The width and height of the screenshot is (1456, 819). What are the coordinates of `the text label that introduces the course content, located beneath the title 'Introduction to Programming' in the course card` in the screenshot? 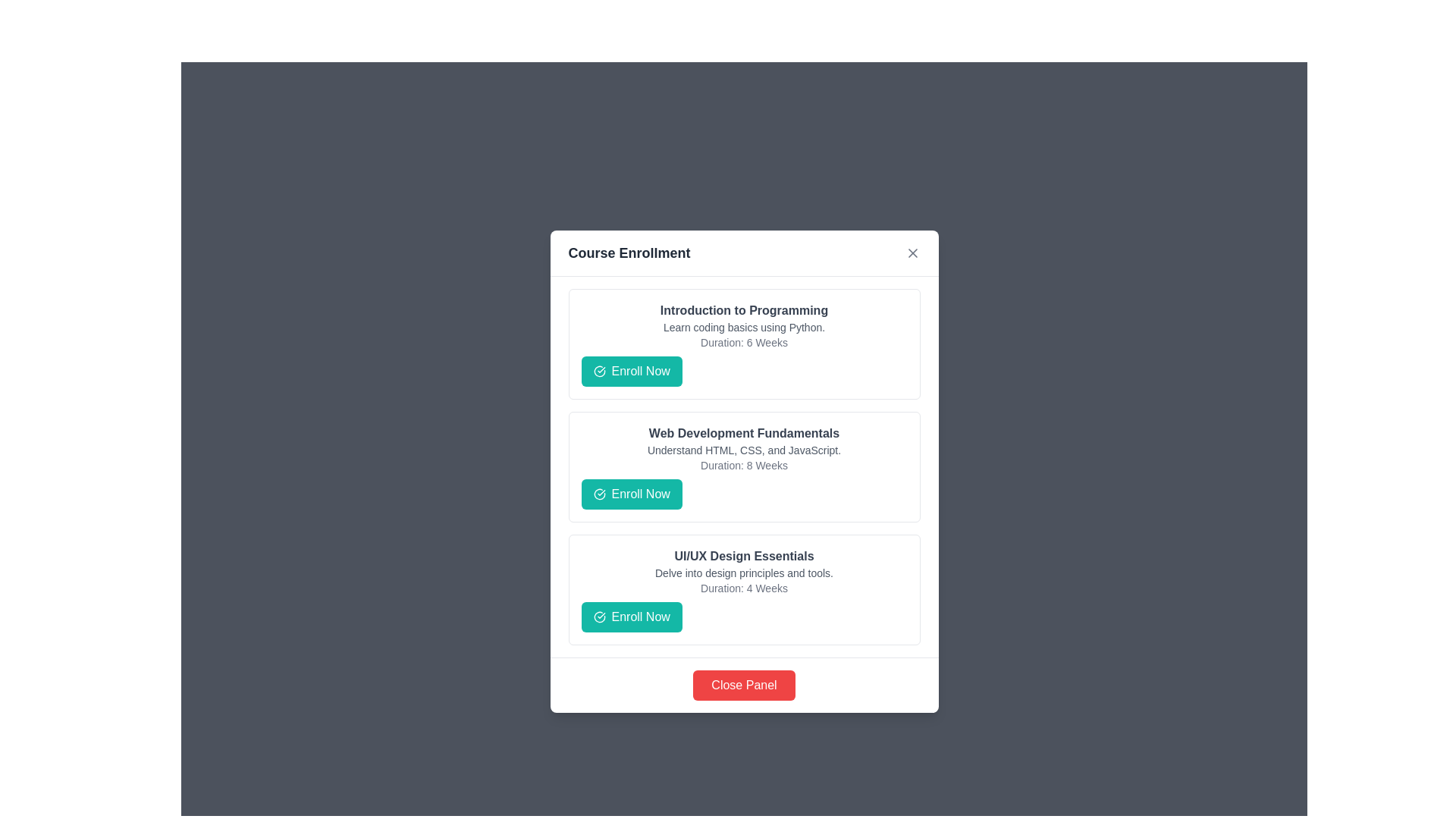 It's located at (744, 327).